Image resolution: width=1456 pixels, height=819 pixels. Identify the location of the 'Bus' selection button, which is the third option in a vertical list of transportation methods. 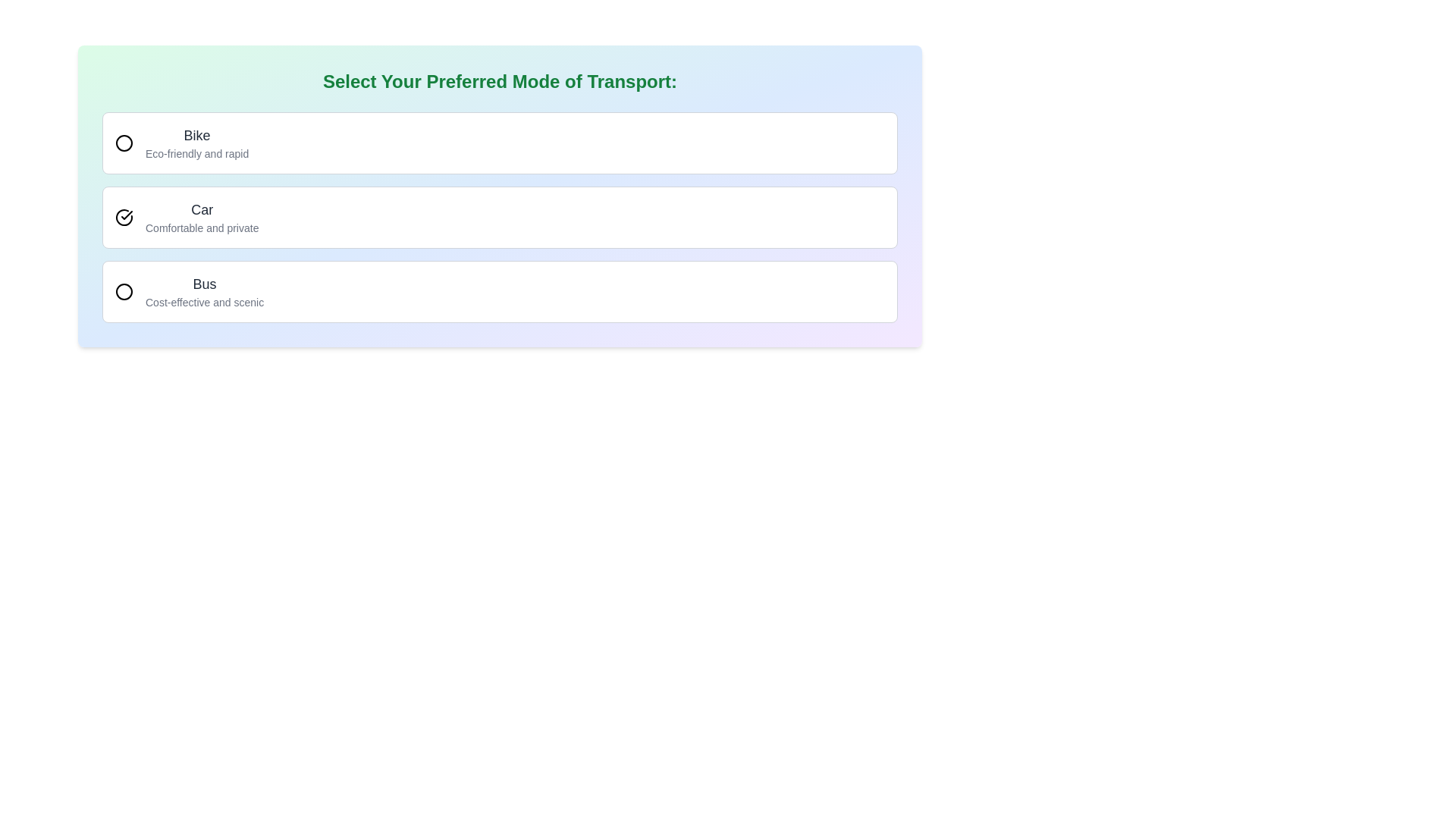
(500, 292).